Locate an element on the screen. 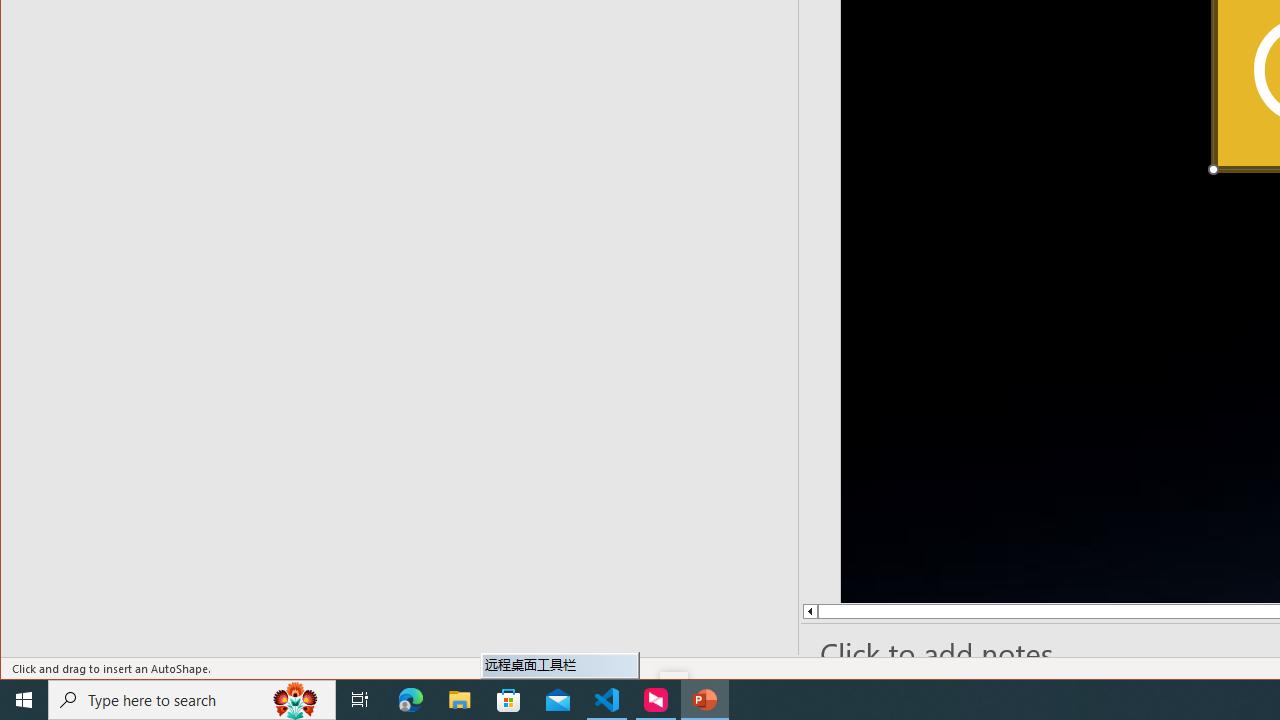 The height and width of the screenshot is (720, 1280). 'Microsoft Edge' is located at coordinates (410, 698).